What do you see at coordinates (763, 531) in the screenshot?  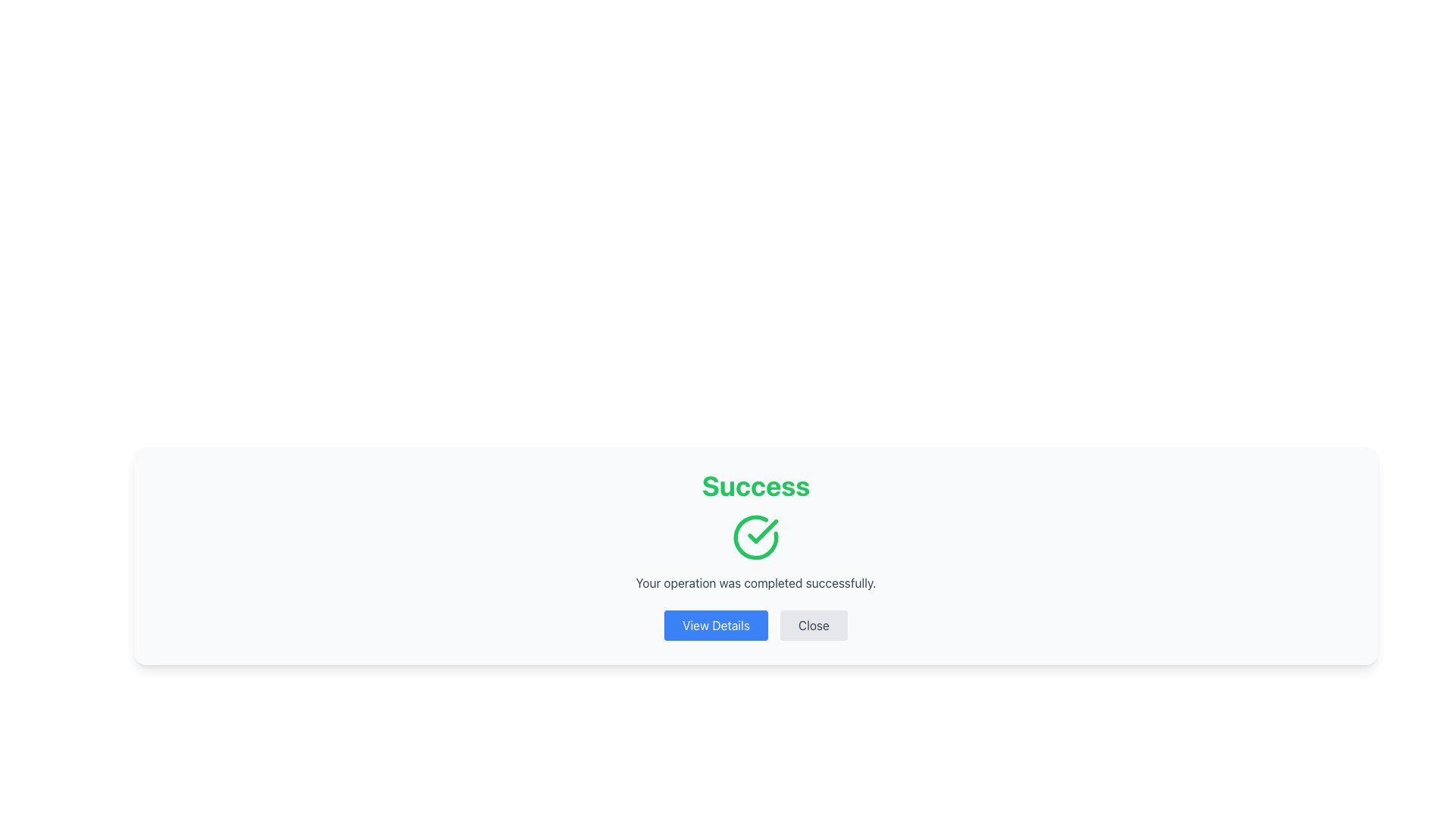 I see `the checkmark icon indicating a successful operation, located near the top-middle of the interface within a circular frame` at bounding box center [763, 531].